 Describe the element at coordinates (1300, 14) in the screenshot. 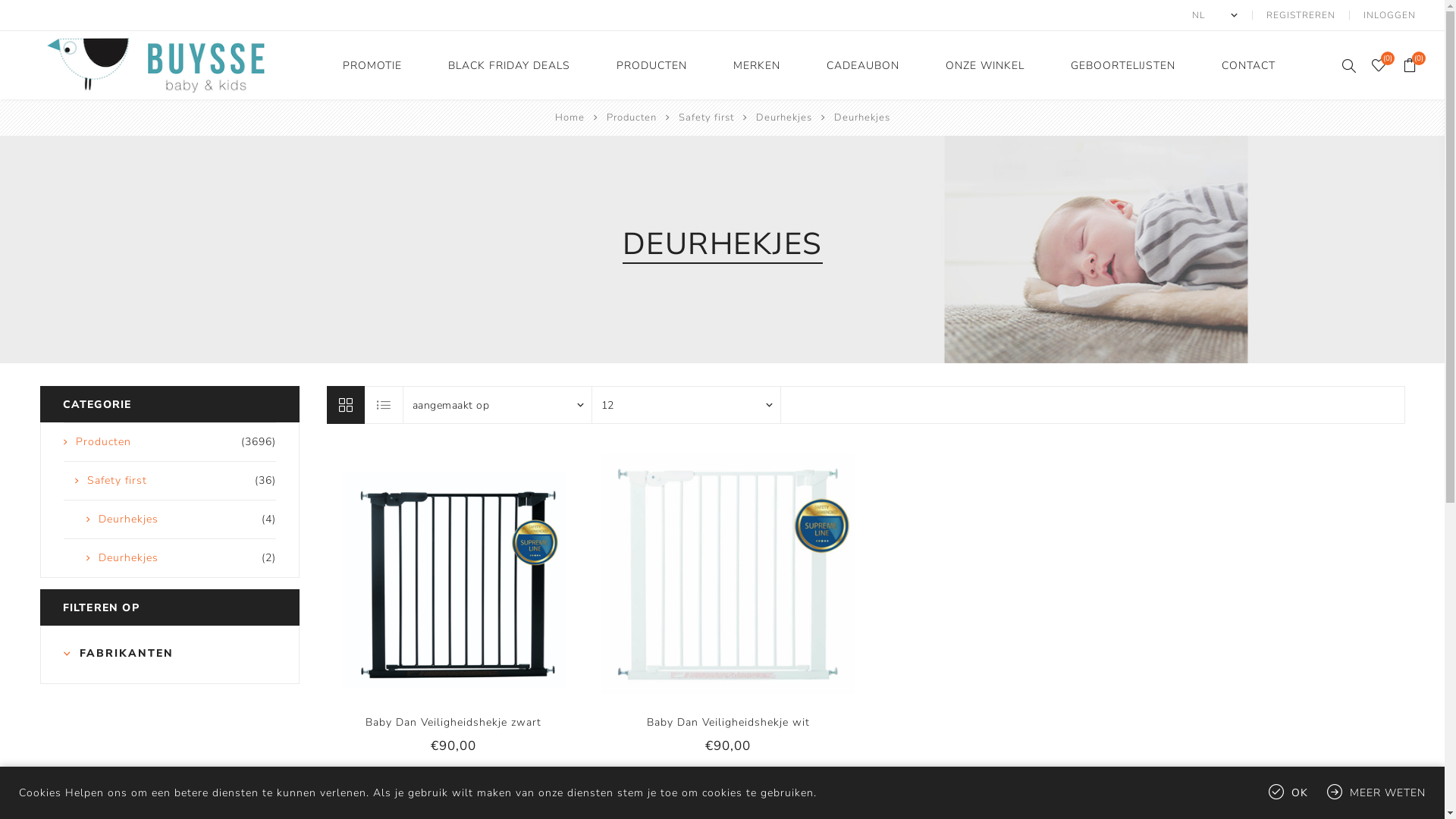

I see `'REGISTREREN'` at that location.